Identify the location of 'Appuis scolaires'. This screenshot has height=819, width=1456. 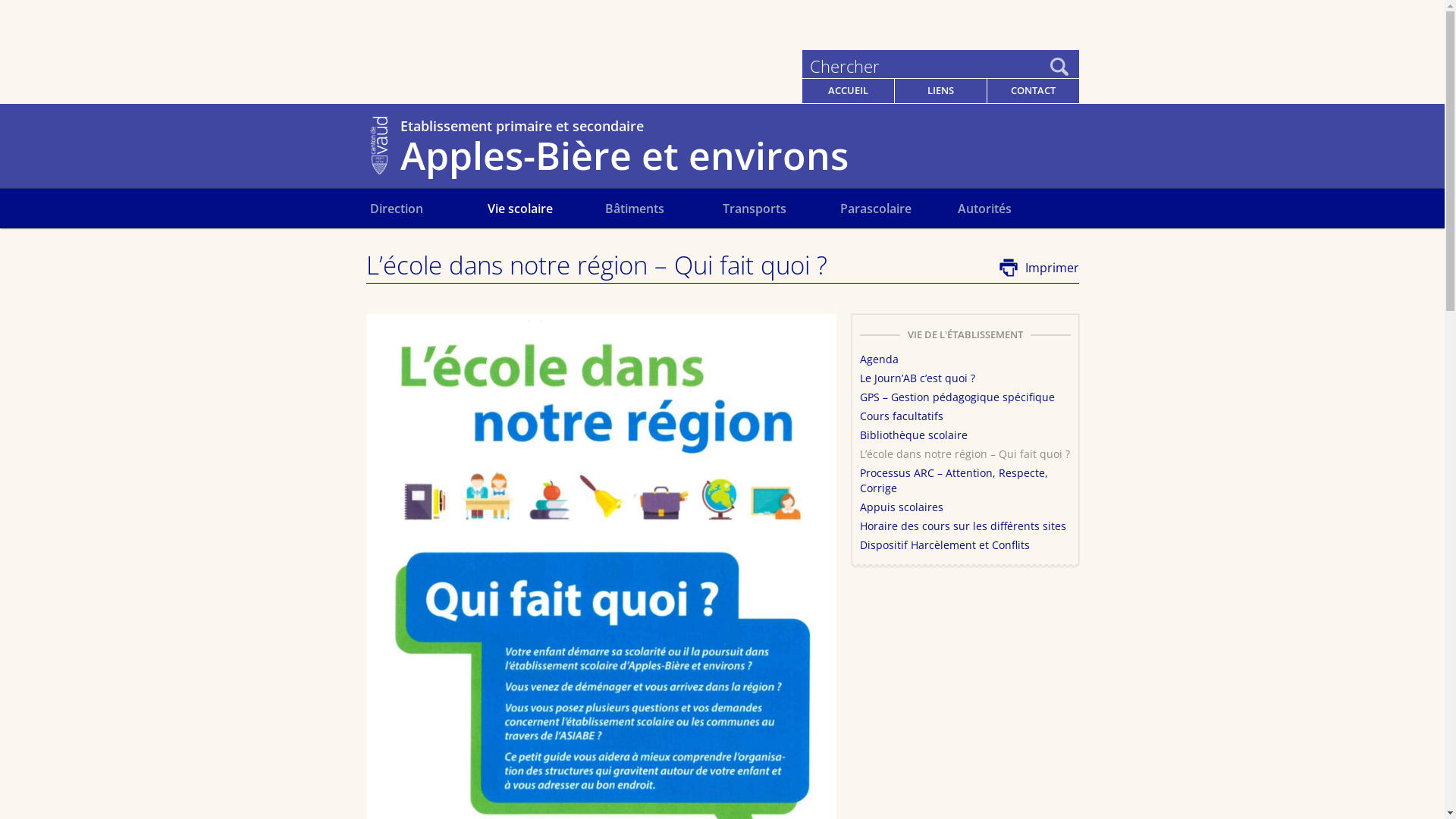
(902, 507).